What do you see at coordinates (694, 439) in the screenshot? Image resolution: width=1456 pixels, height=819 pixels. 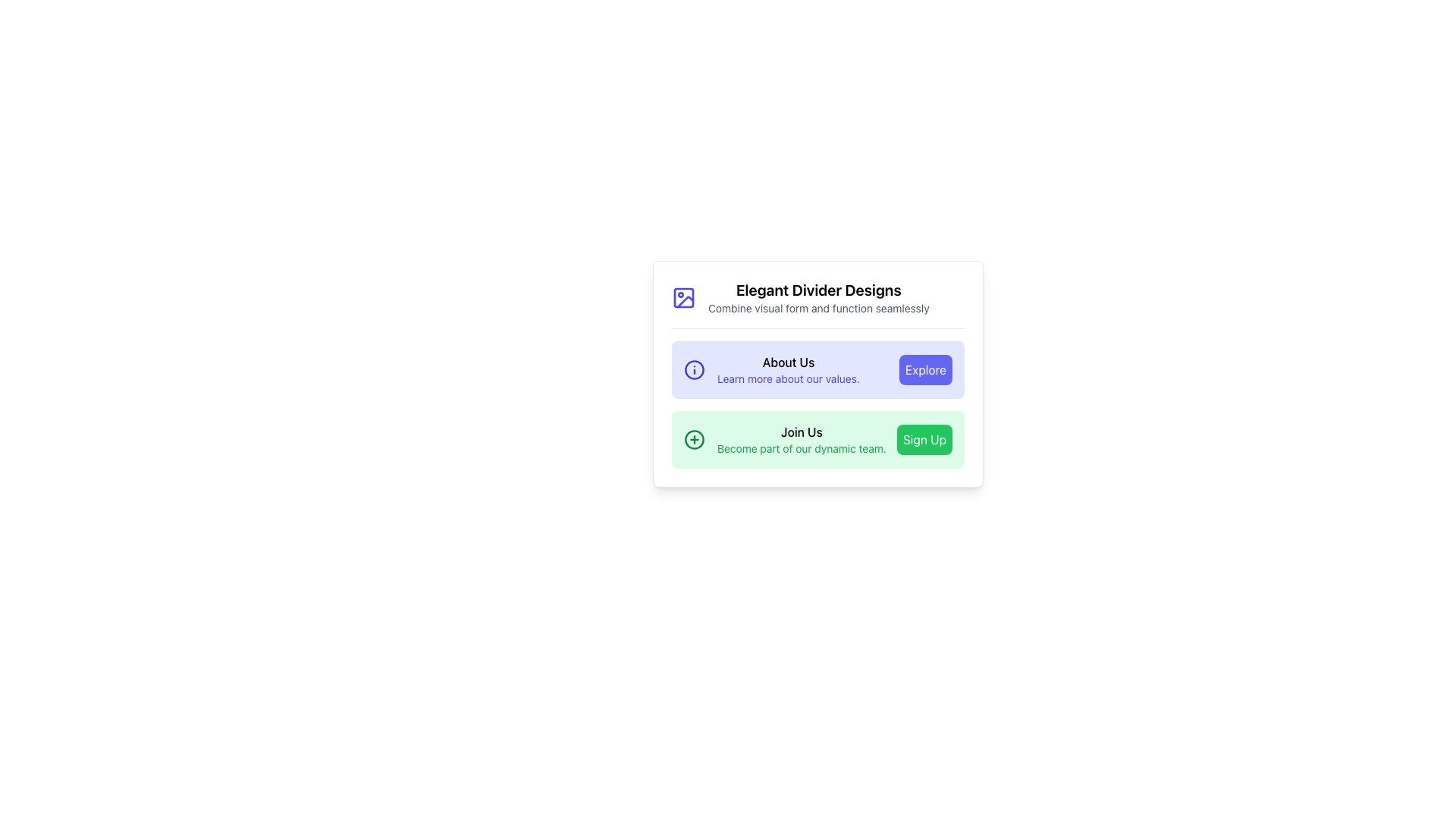 I see `the 'Join Us' icon button located to the left of the 'Join Us' text and above the 'Sign Up' button` at bounding box center [694, 439].